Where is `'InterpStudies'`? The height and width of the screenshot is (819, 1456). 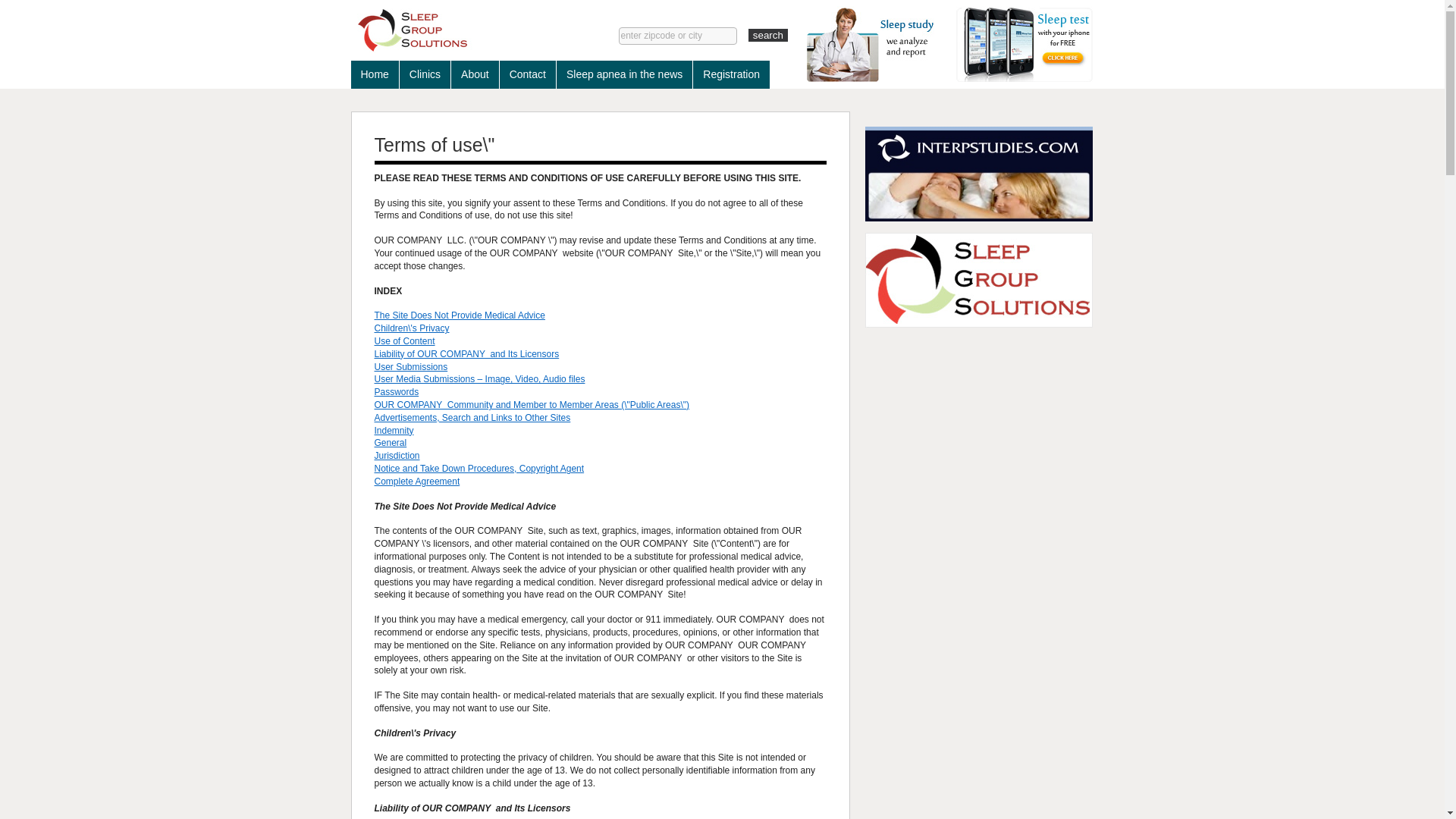
'InterpStudies' is located at coordinates (978, 173).